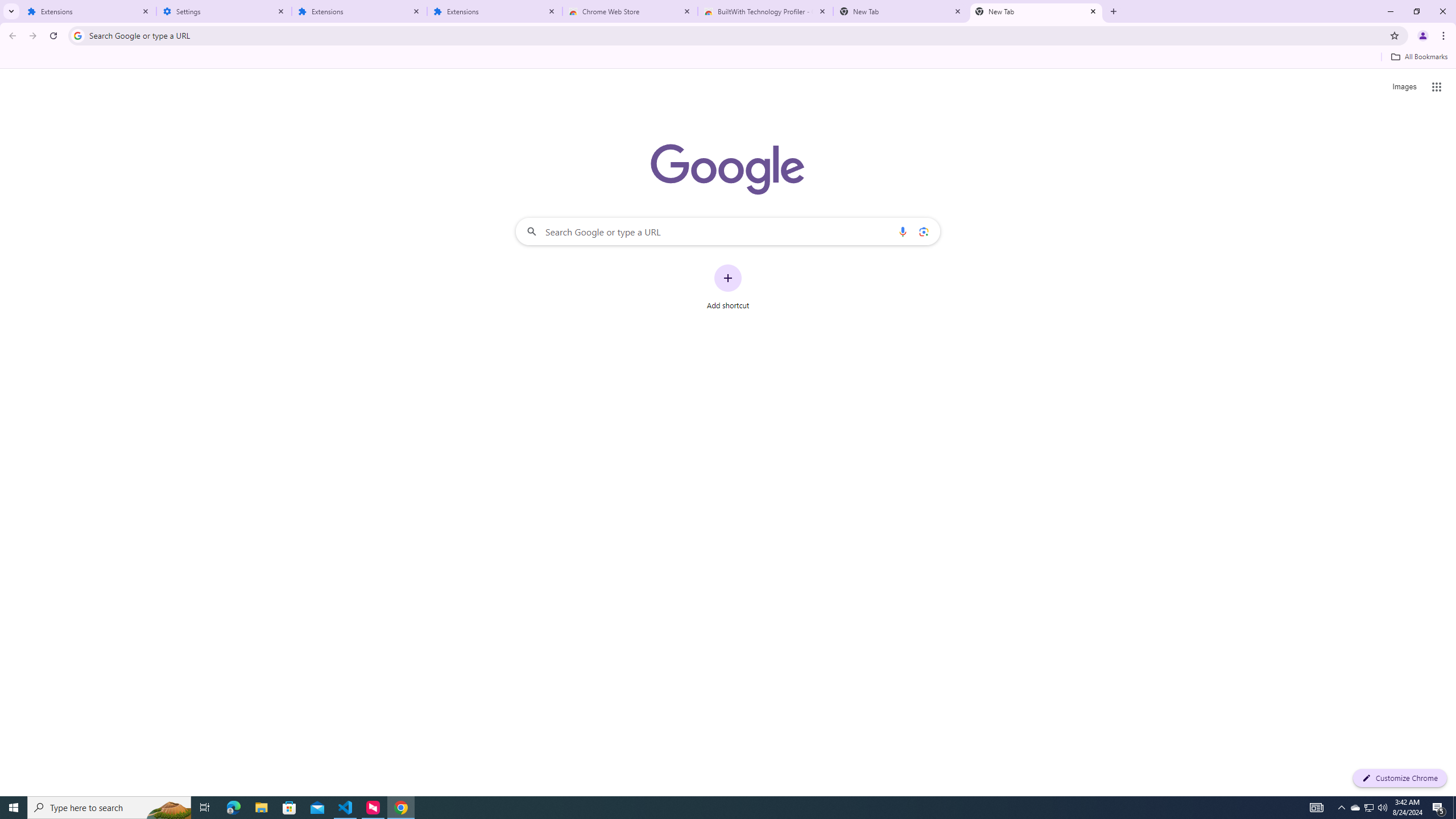  Describe the element at coordinates (224, 11) in the screenshot. I see `'Settings'` at that location.